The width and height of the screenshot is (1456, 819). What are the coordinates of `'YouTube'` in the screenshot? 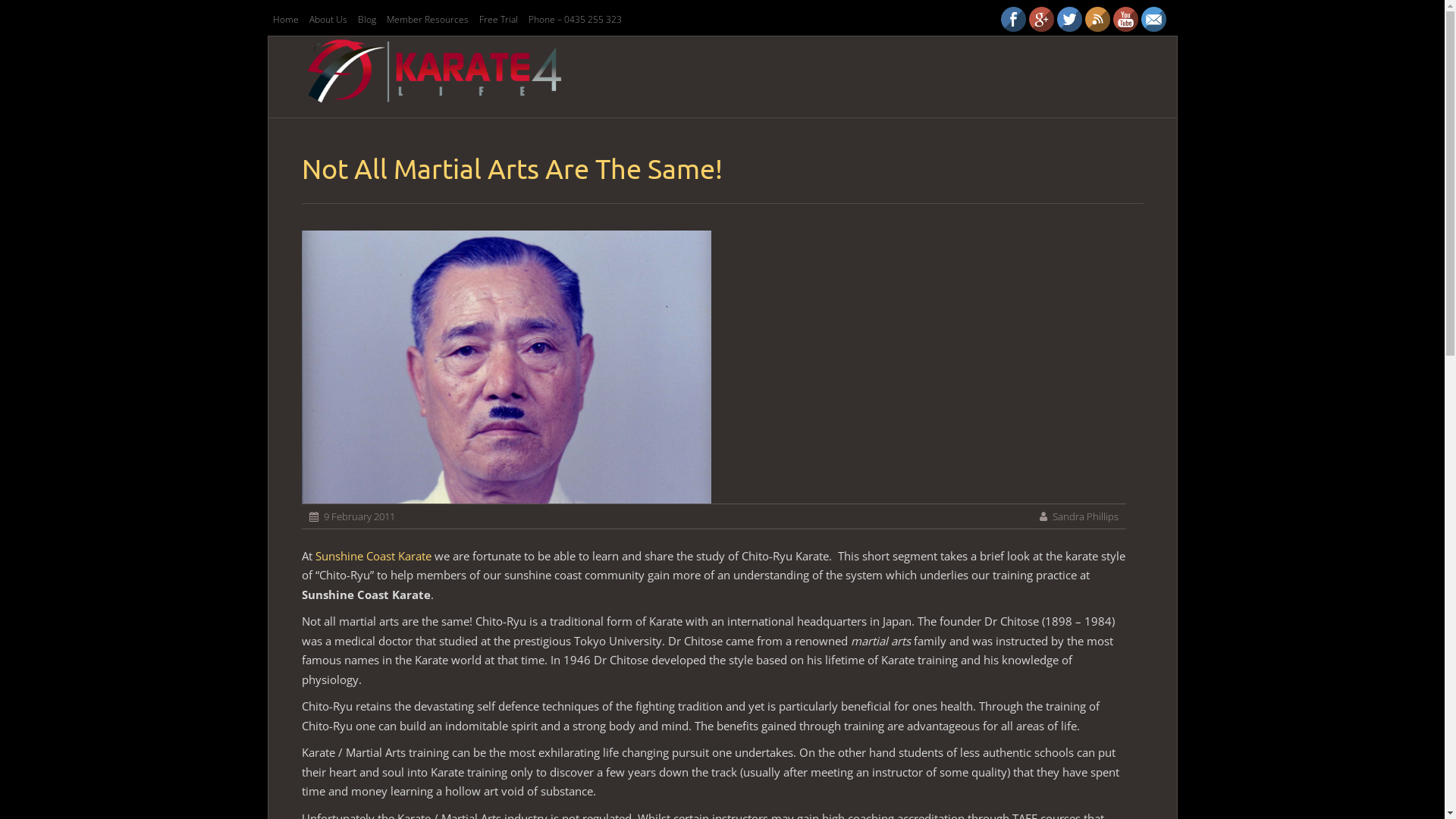 It's located at (1125, 19).